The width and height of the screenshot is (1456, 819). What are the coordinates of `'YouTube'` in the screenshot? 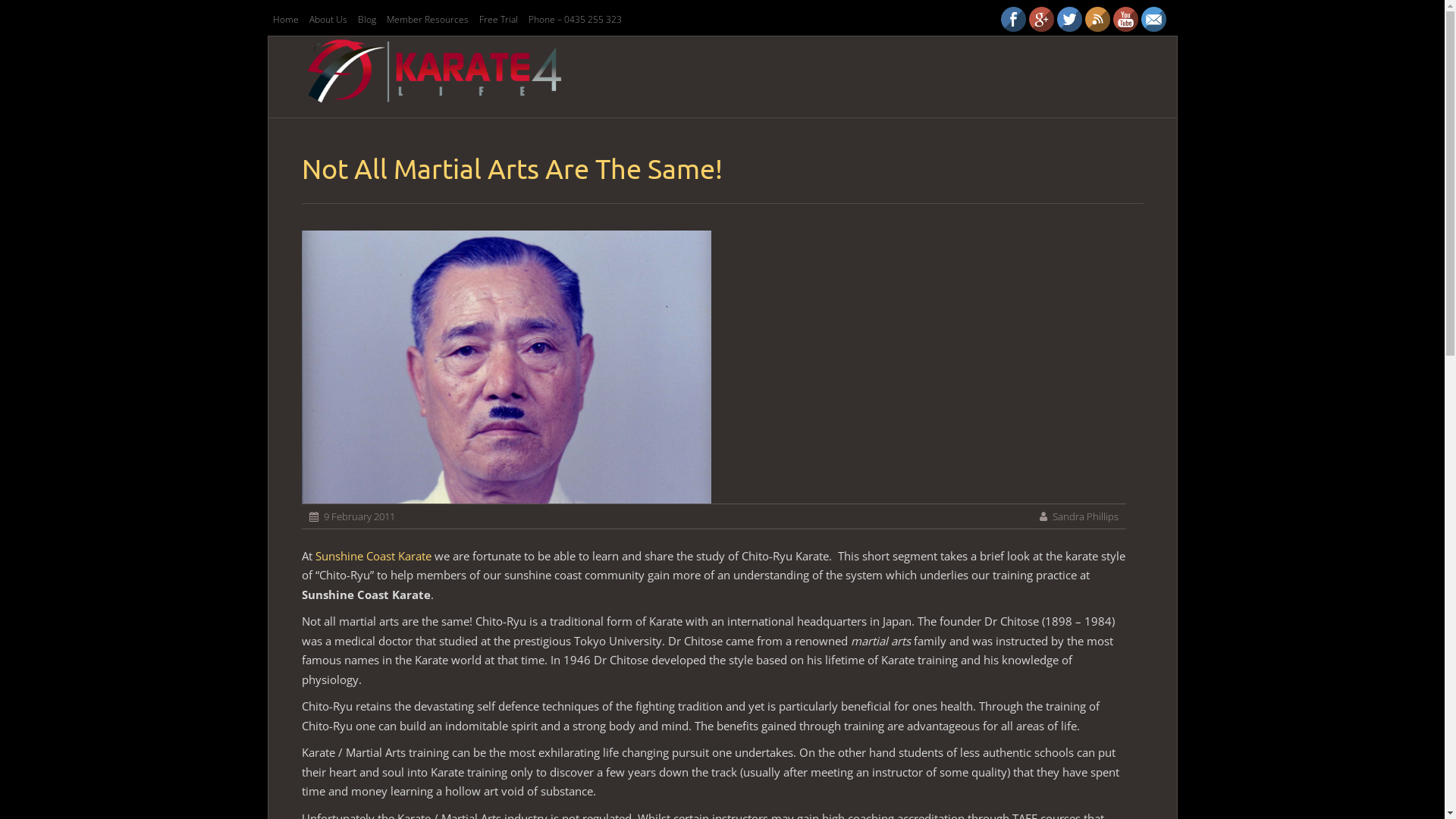 It's located at (1125, 19).